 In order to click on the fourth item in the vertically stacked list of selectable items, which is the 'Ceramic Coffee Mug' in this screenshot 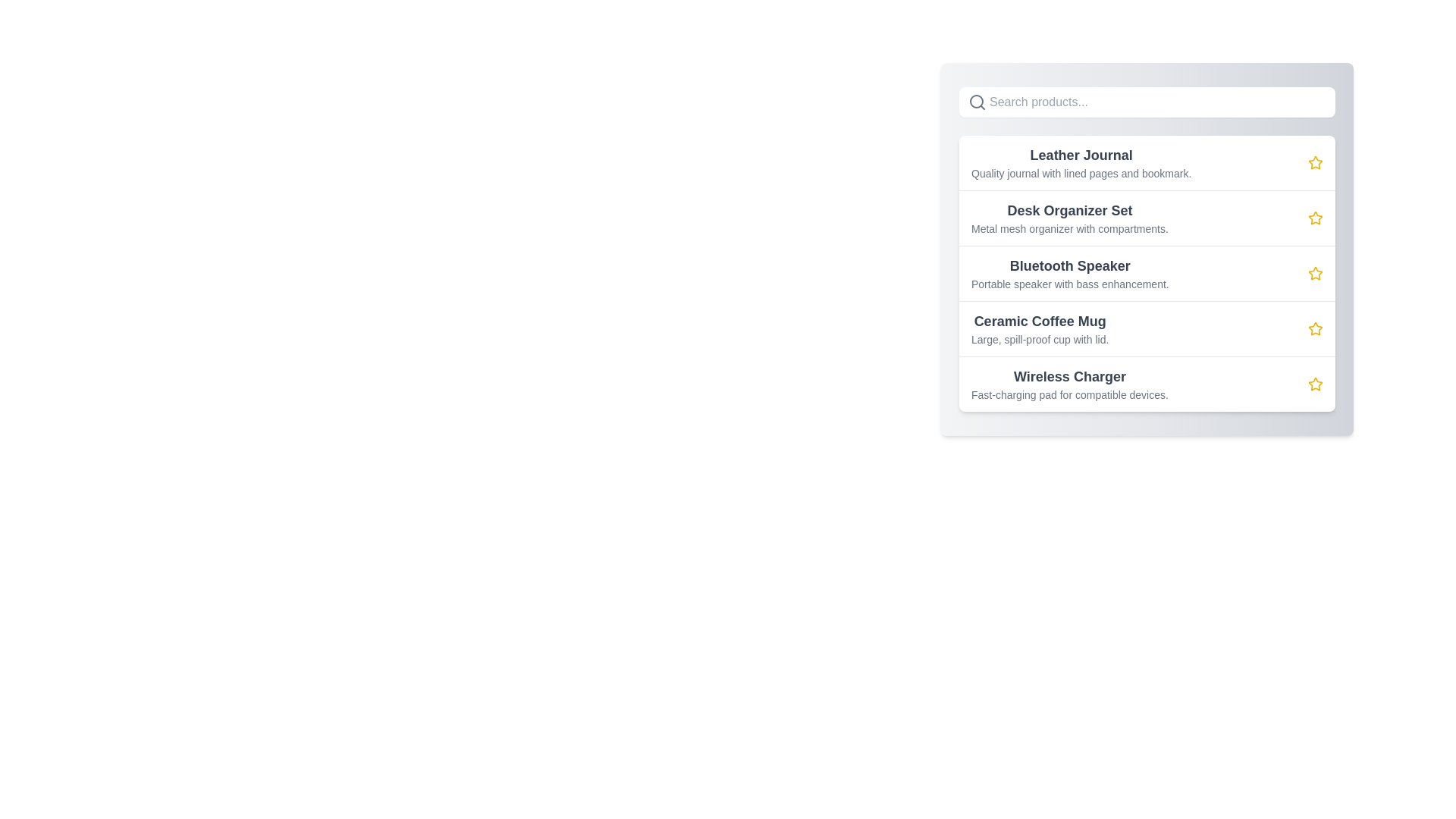, I will do `click(1147, 327)`.